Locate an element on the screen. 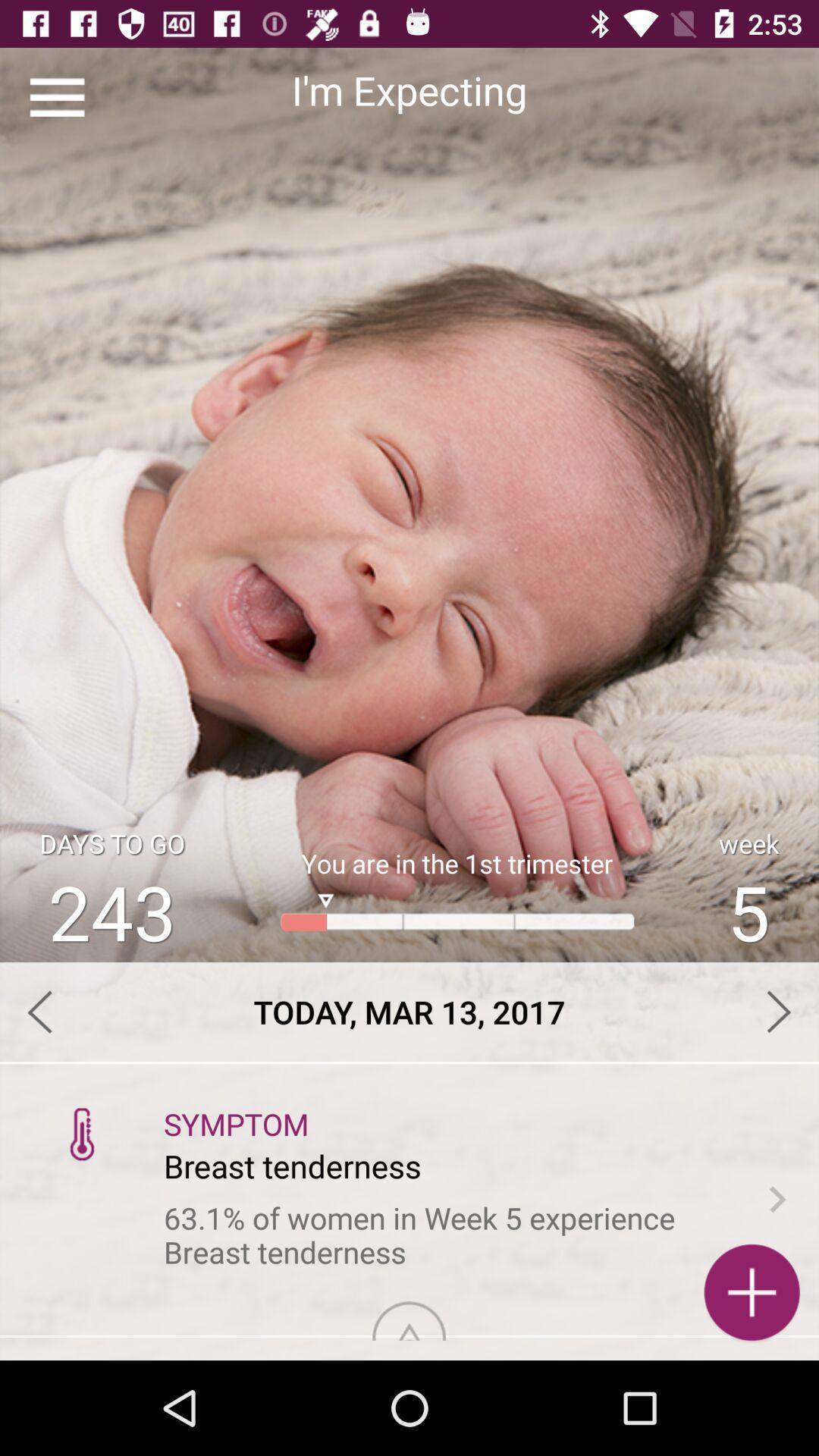 This screenshot has width=819, height=1456. icon above 63 1 of item is located at coordinates (82, 1134).